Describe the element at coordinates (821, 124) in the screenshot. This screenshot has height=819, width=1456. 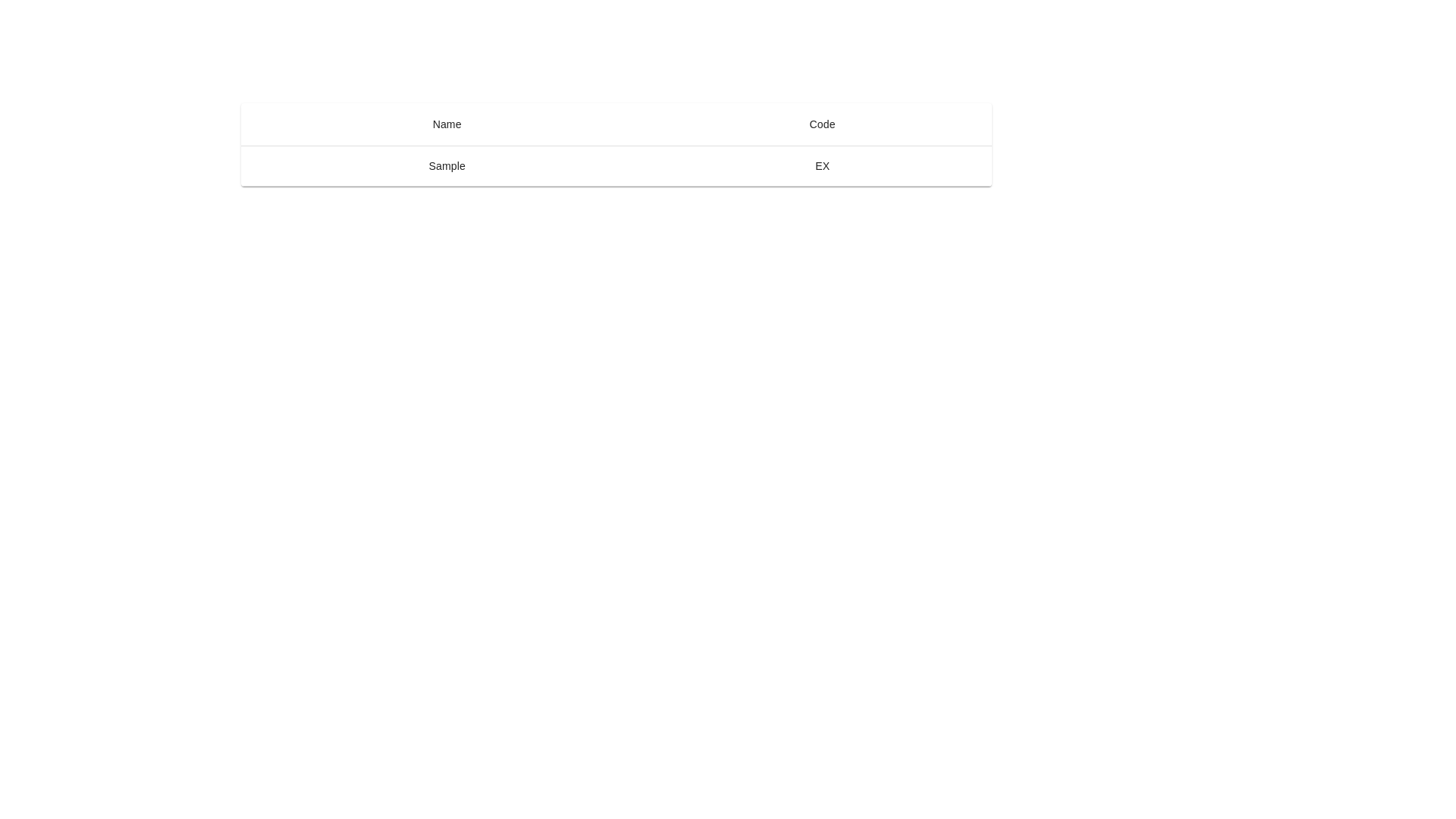
I see `the 'Code' table header cell, which is the second column header in the table, located to the right of the 'Name' header` at that location.